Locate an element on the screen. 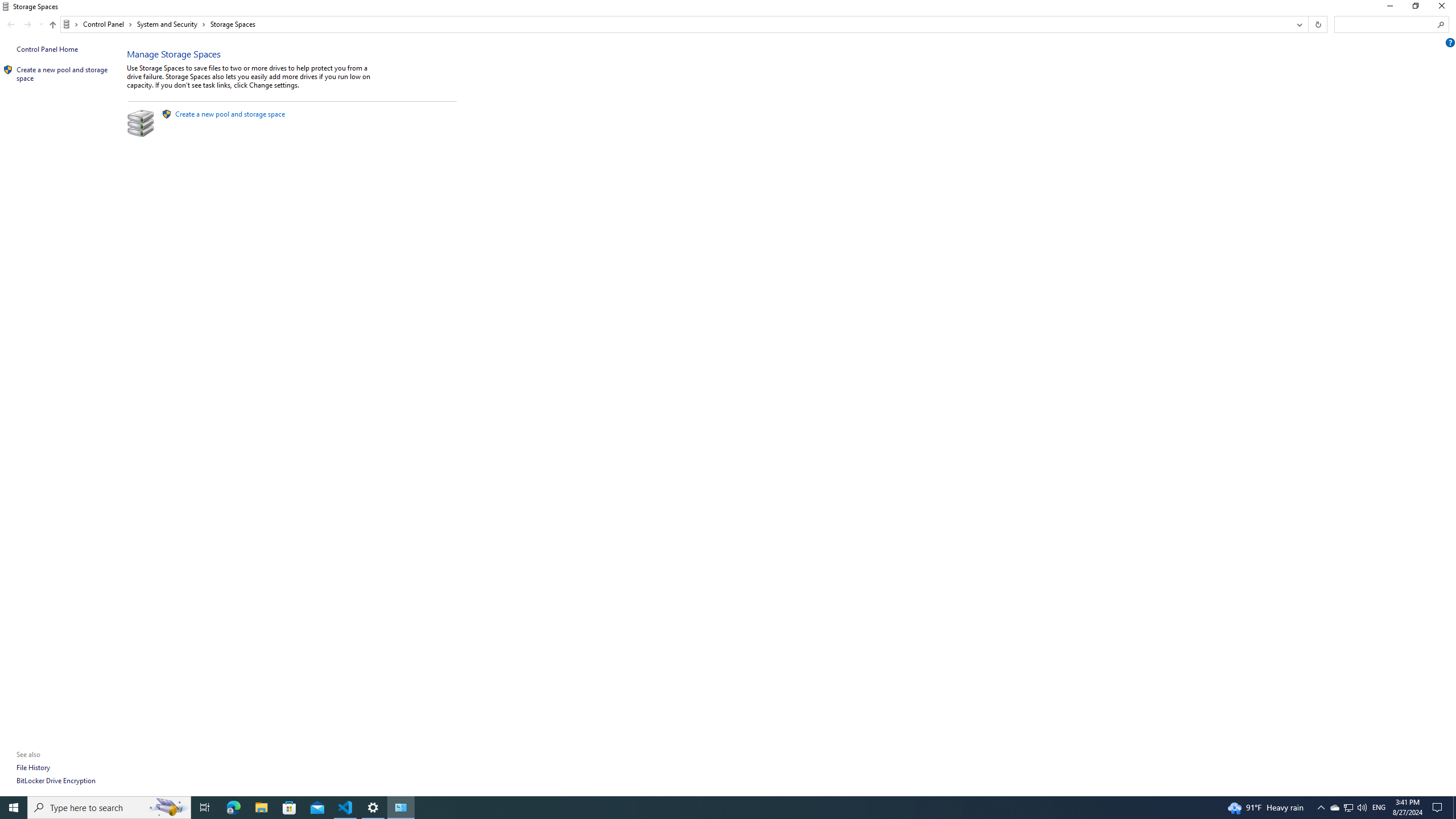  'Search Box' is located at coordinates (1386, 24).